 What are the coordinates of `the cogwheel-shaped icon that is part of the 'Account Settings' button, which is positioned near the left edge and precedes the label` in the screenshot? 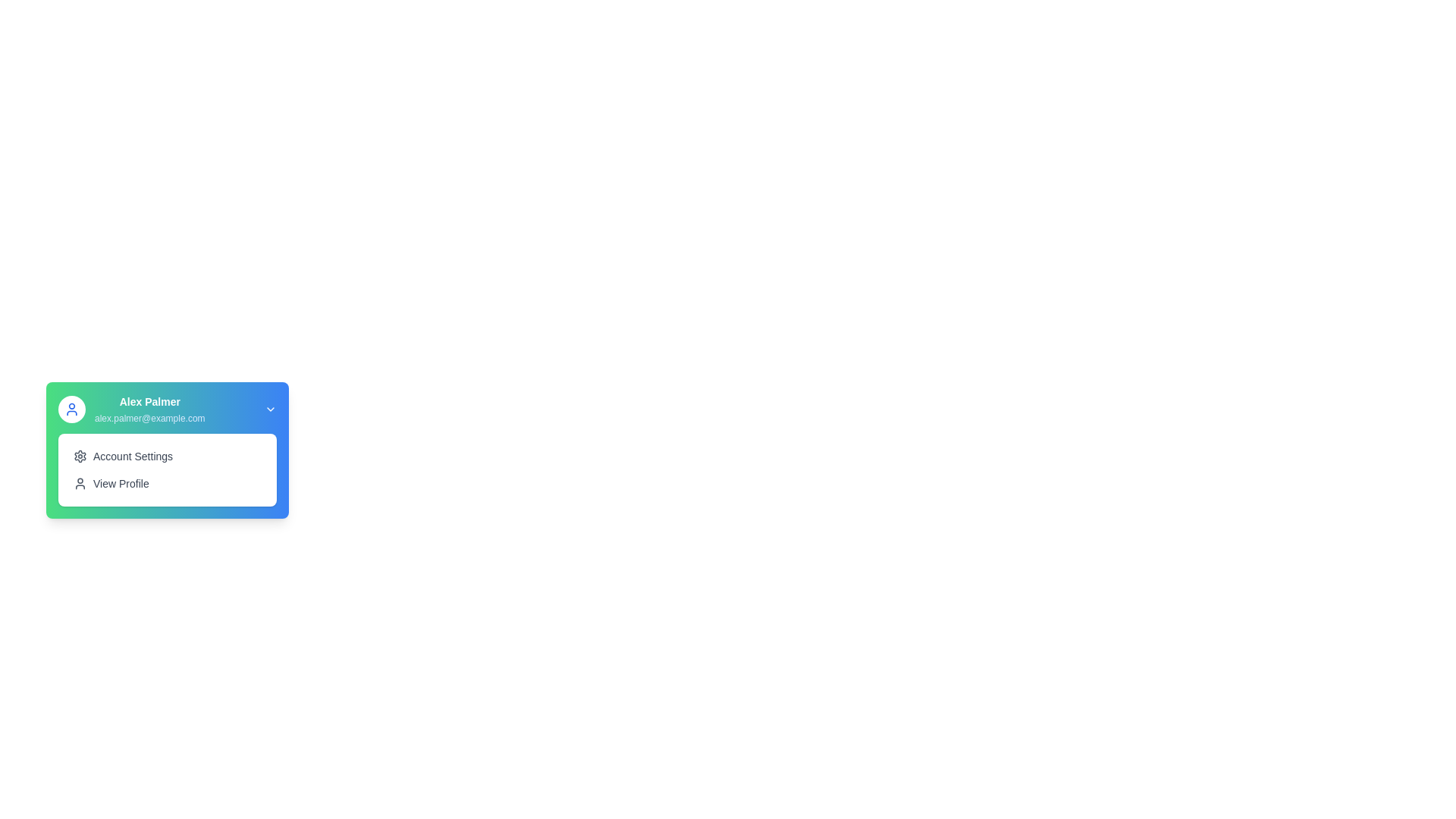 It's located at (79, 455).